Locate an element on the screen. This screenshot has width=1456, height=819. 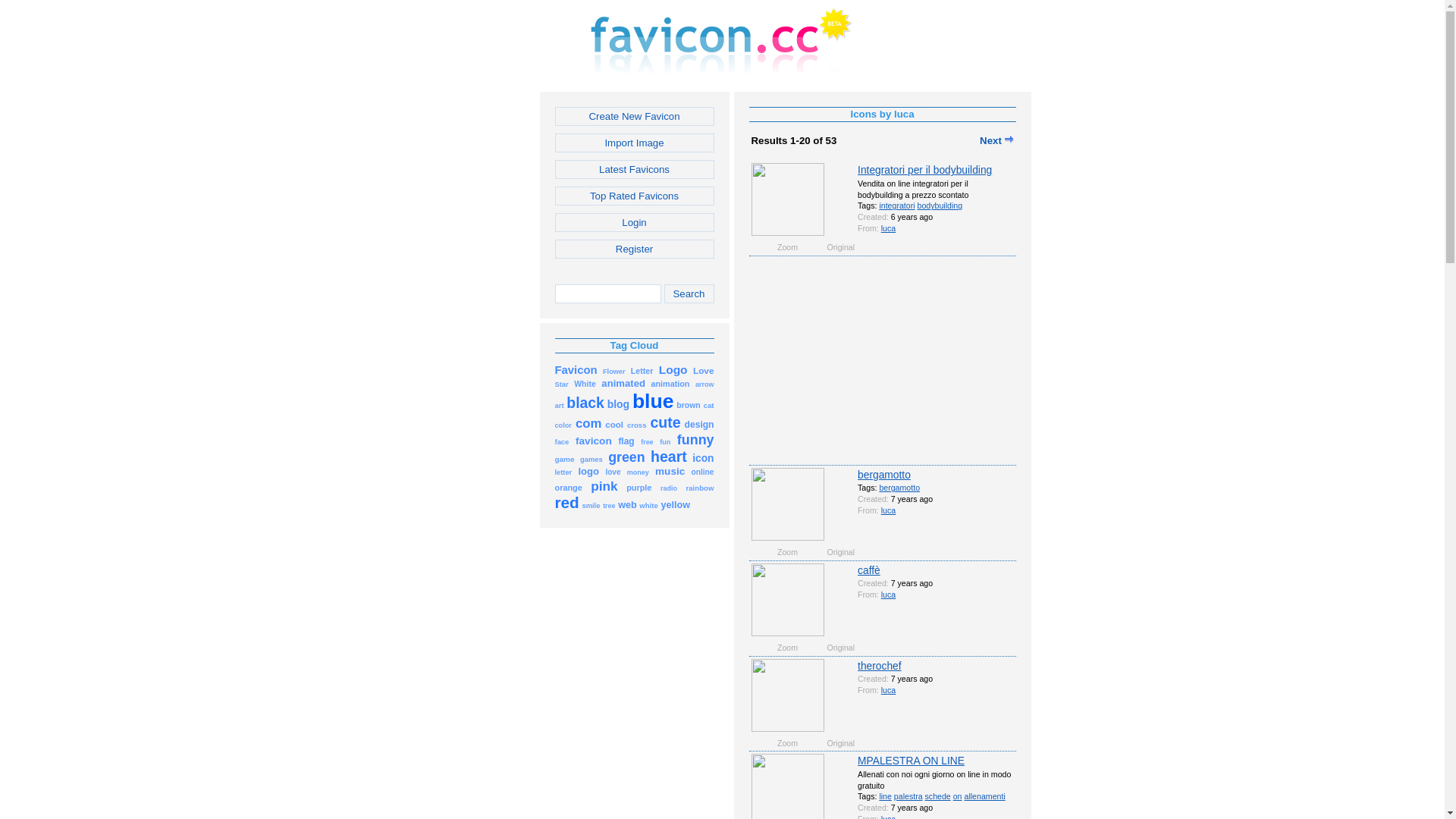
'blog' is located at coordinates (618, 403).